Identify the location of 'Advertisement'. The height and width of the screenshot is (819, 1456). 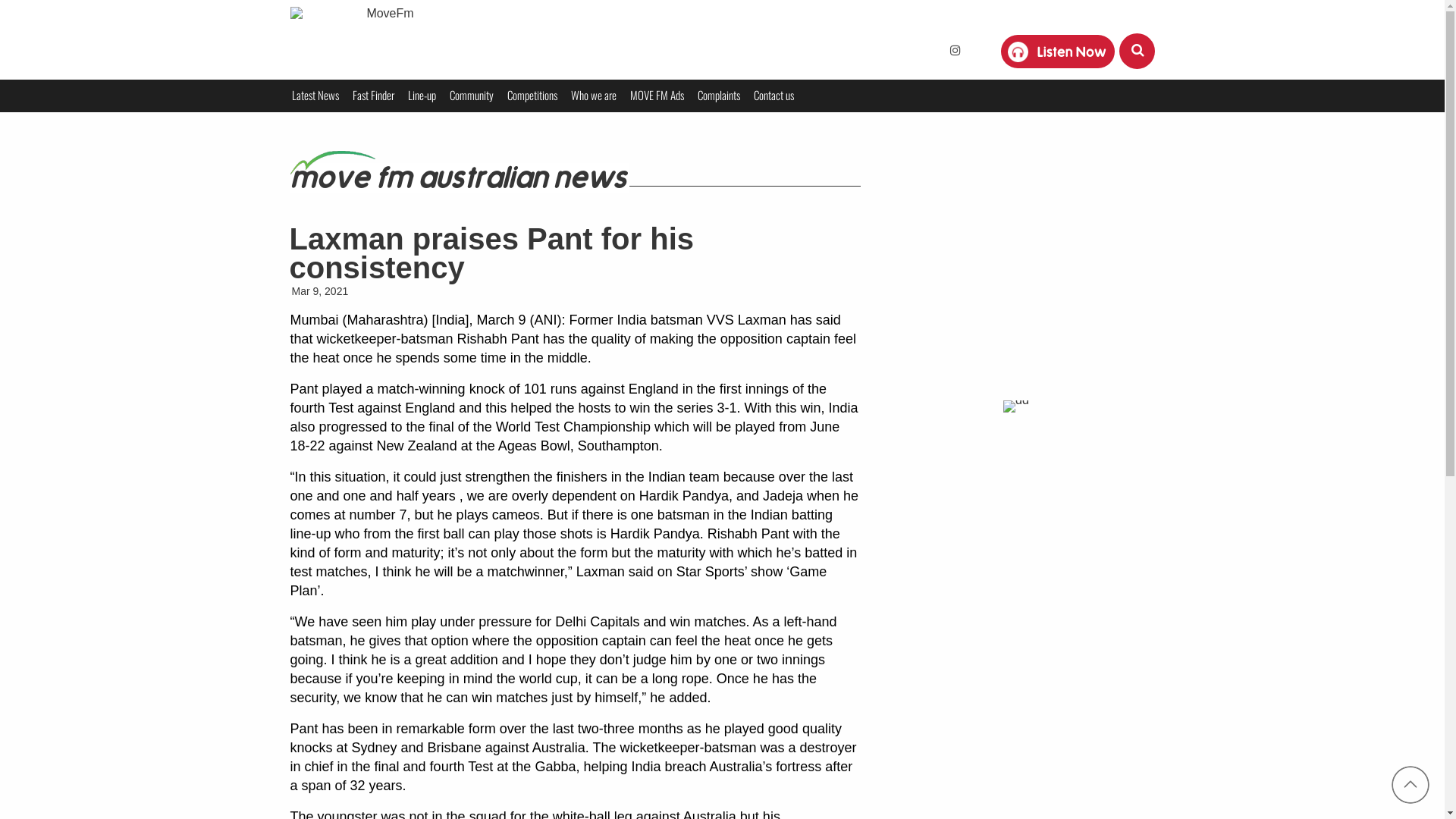
(1015, 275).